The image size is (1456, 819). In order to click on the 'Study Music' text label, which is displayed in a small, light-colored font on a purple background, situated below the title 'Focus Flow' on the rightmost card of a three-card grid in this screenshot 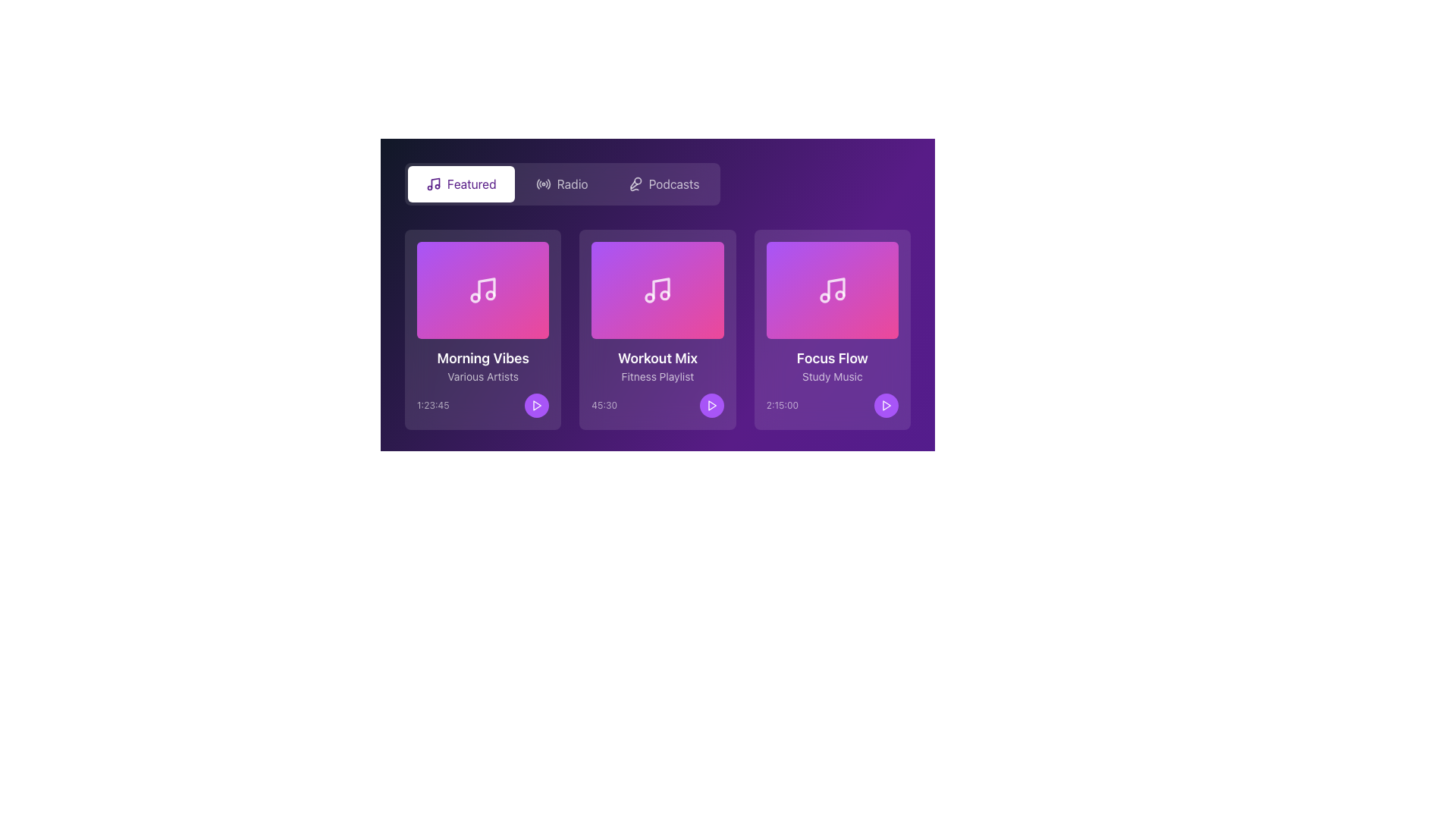, I will do `click(831, 376)`.